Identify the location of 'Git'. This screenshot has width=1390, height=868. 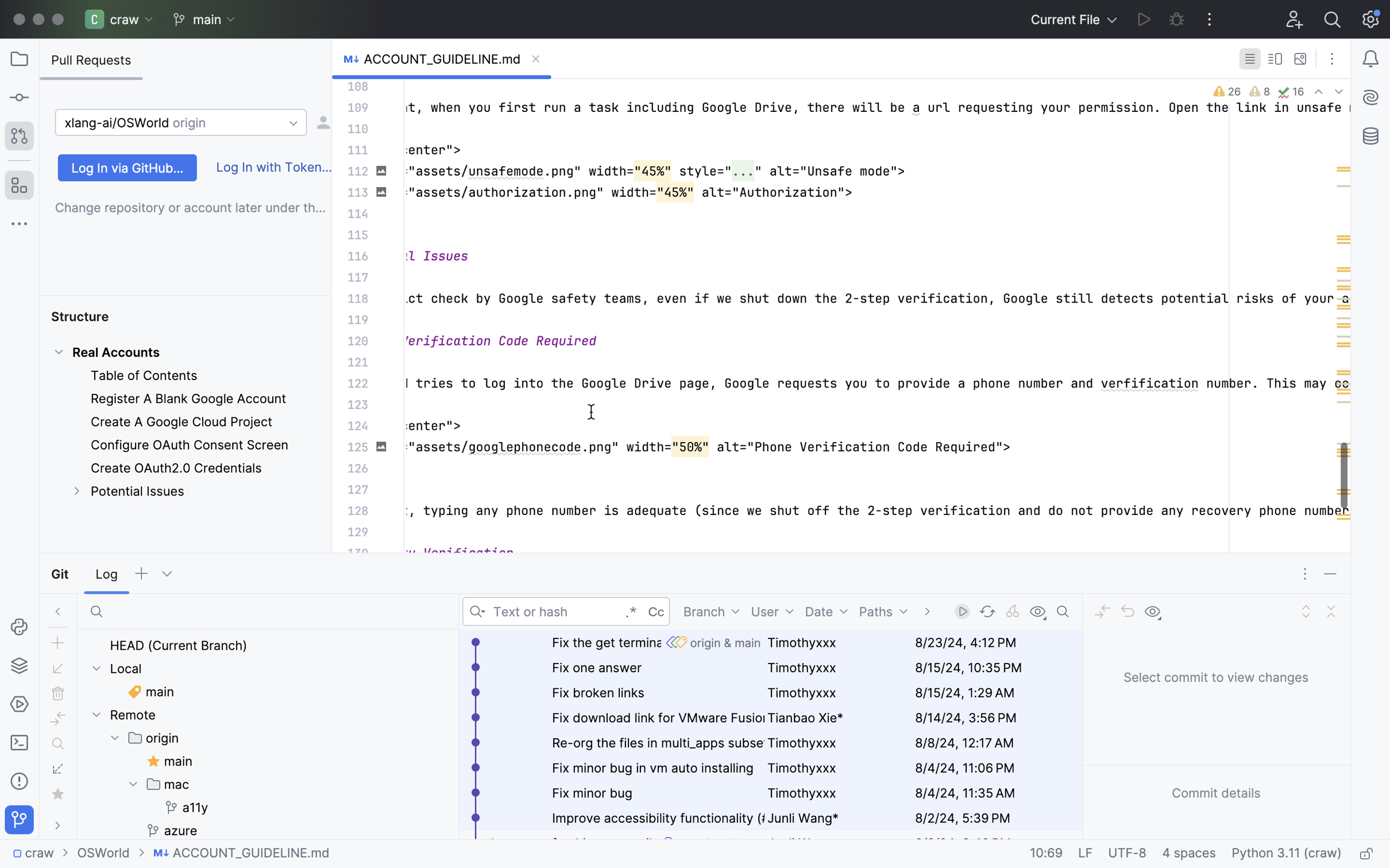
(61, 573).